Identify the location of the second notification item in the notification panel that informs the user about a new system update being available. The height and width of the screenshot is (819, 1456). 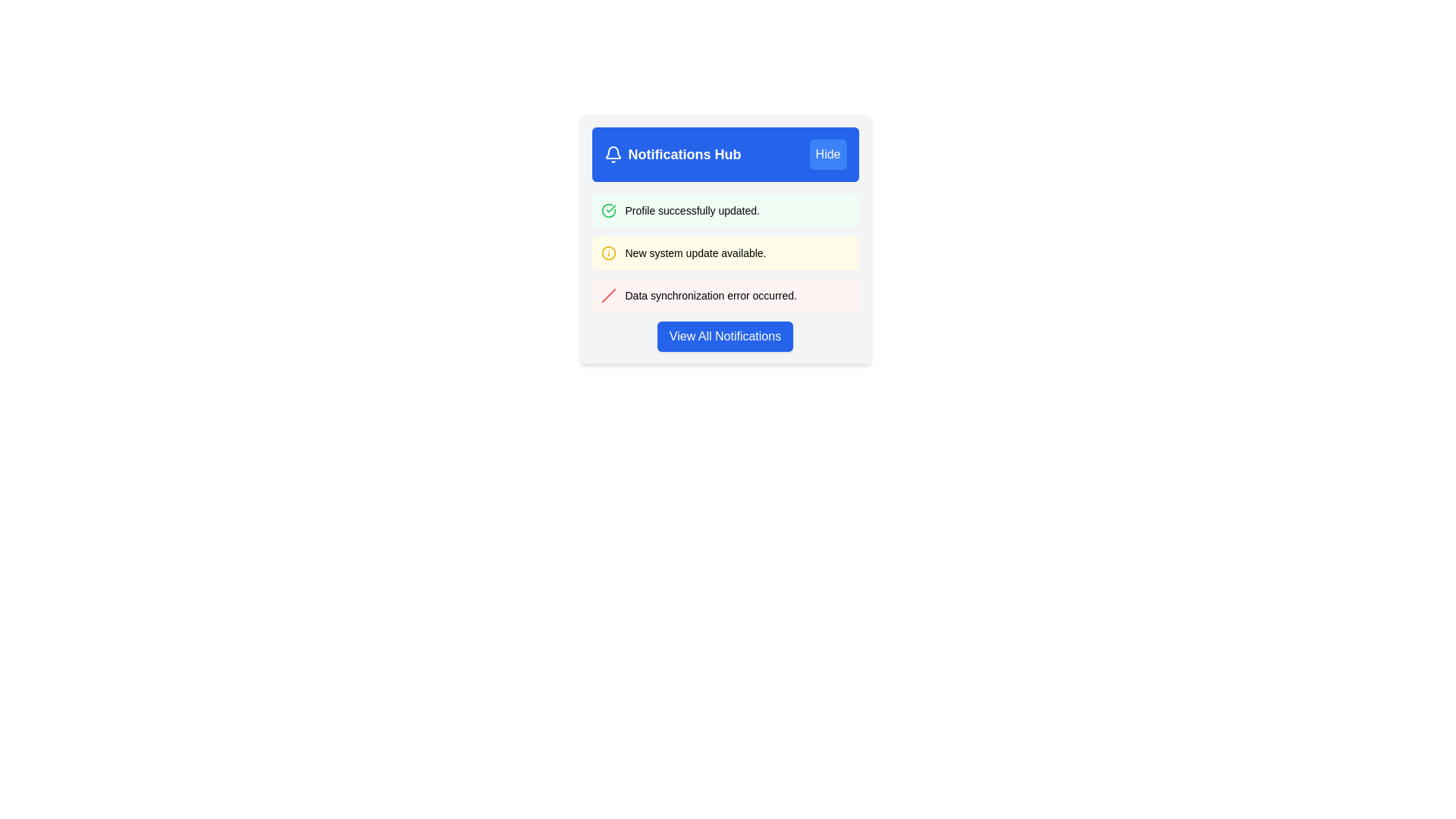
(724, 253).